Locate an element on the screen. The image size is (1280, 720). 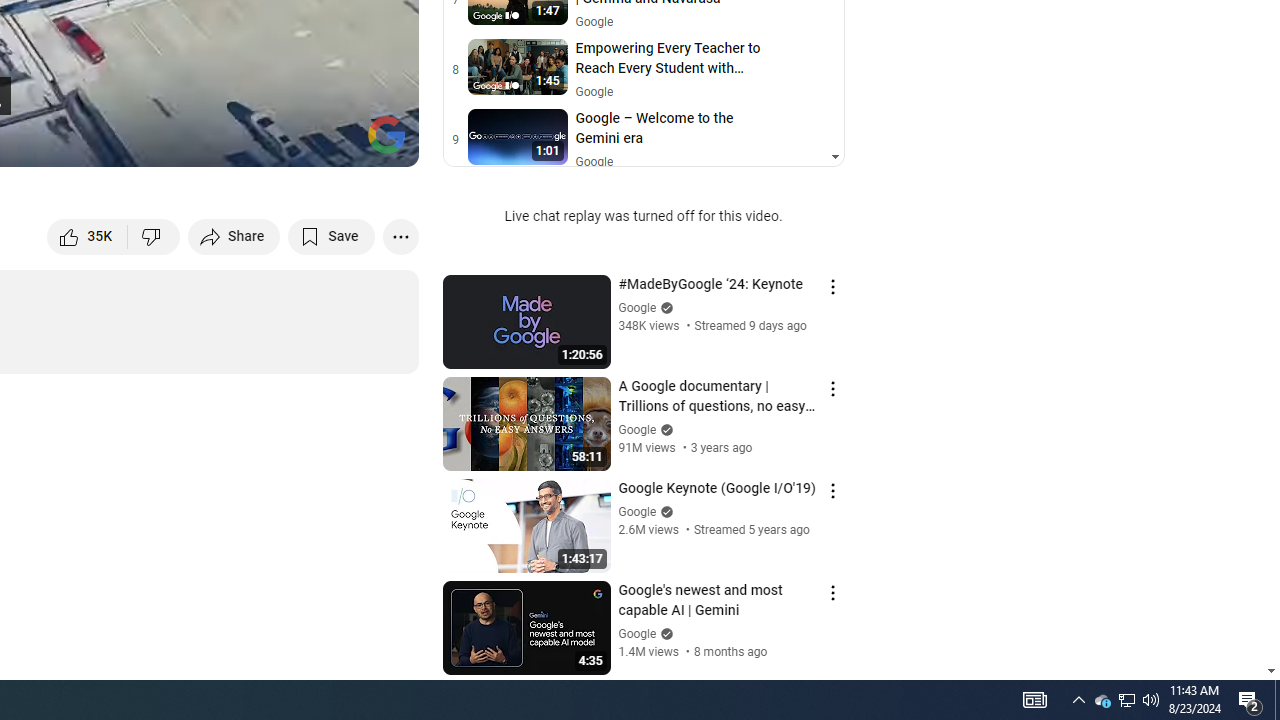
'like this video along with 35,367 other people' is located at coordinates (87, 235).